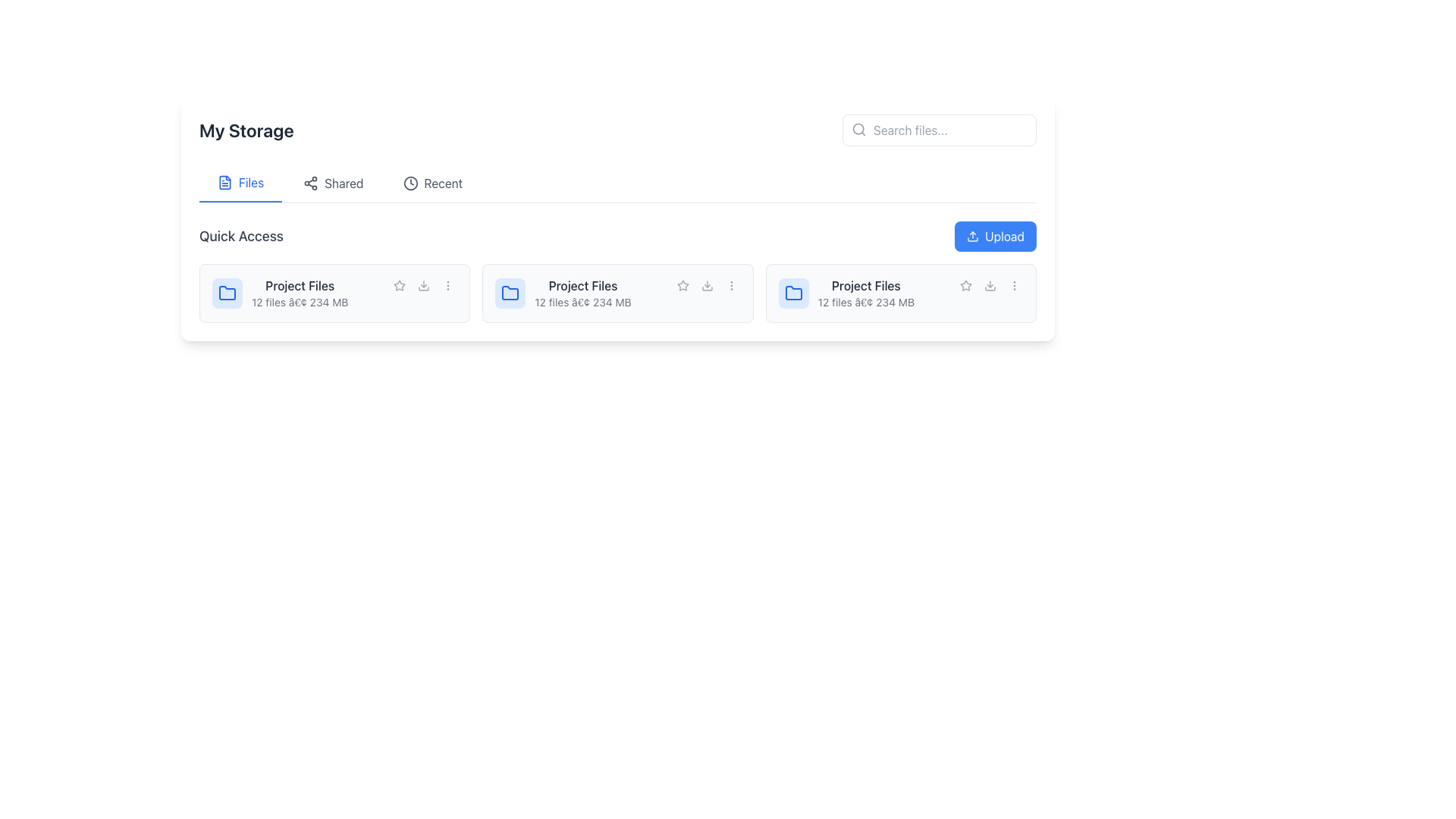 The width and height of the screenshot is (1456, 819). I want to click on the 'Files' text label styled in blue, which is located in the upper central navigation bar, so click(251, 181).